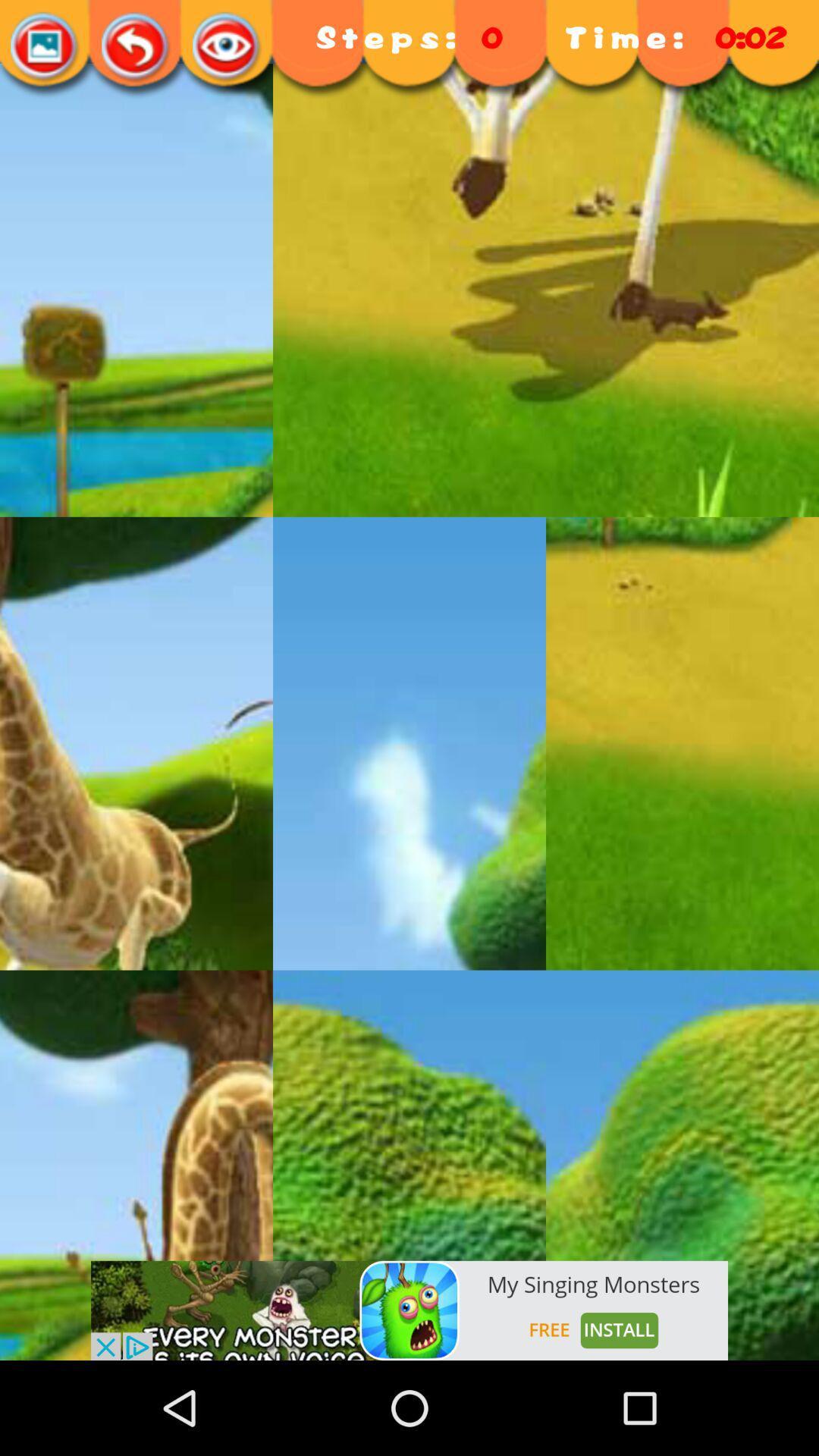 This screenshot has height=1456, width=819. What do you see at coordinates (227, 47) in the screenshot?
I see `the visibility icon` at bounding box center [227, 47].